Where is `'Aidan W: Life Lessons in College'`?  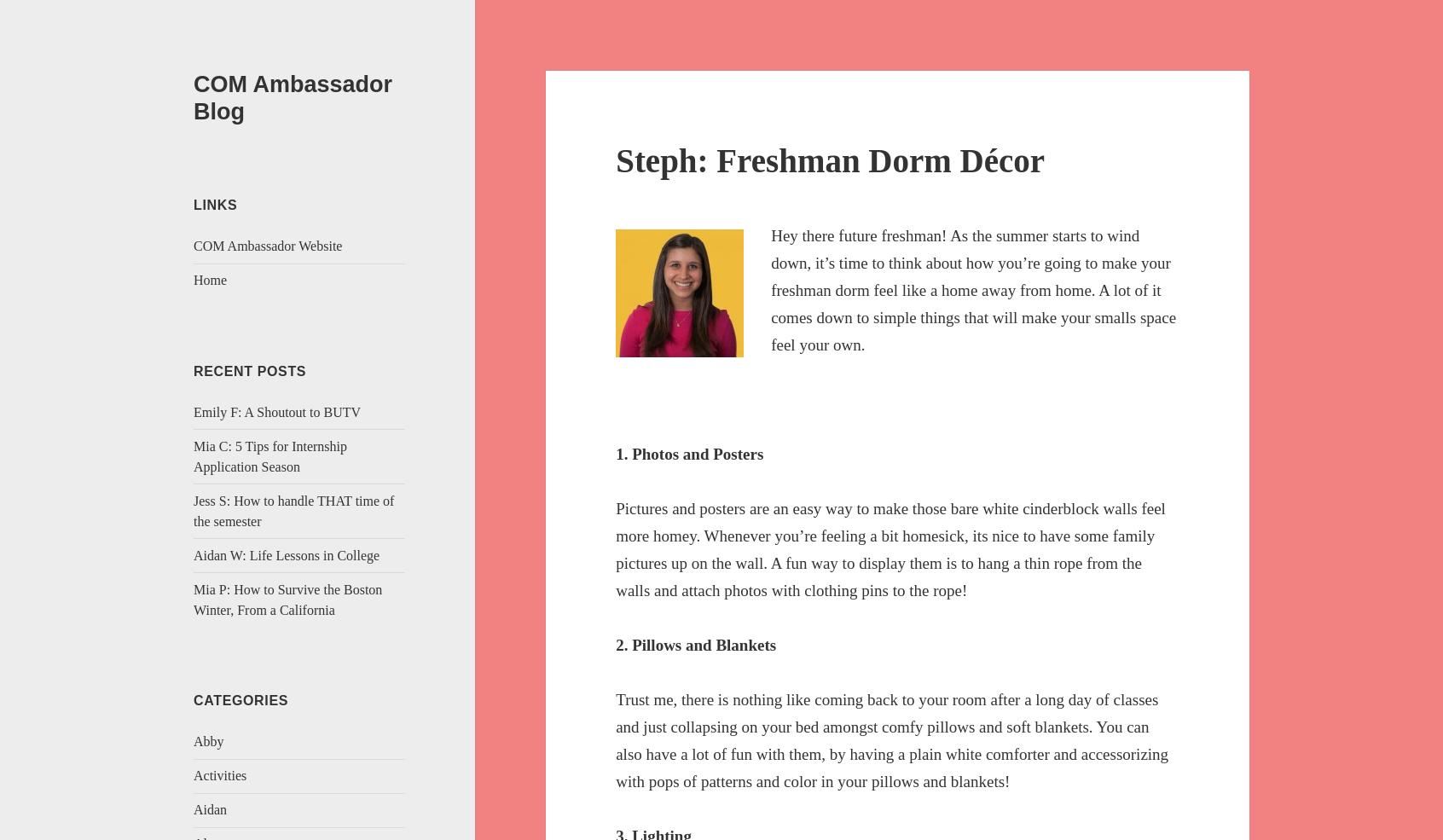 'Aidan W: Life Lessons in College' is located at coordinates (286, 553).